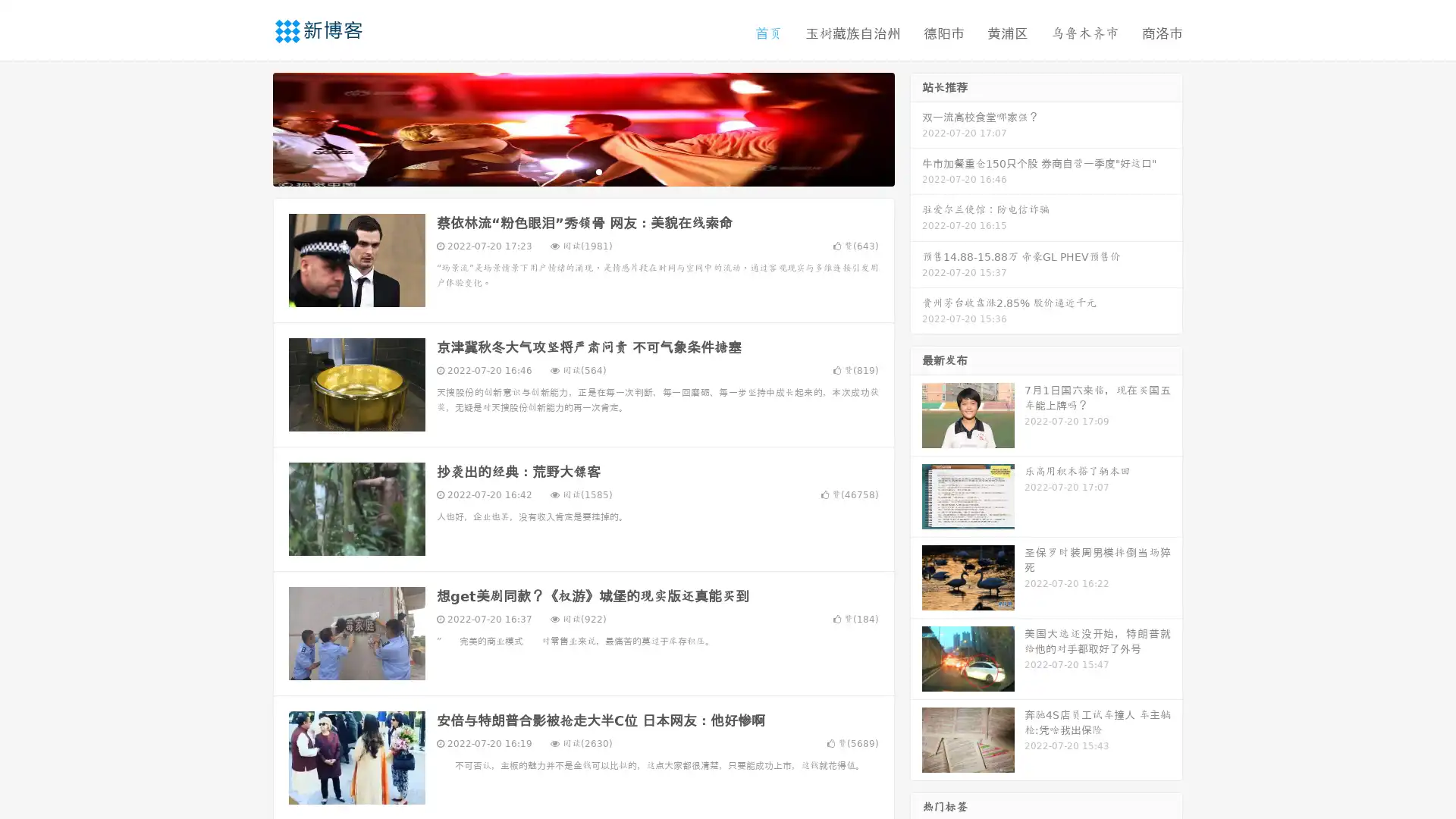  I want to click on Go to slide 2, so click(582, 171).